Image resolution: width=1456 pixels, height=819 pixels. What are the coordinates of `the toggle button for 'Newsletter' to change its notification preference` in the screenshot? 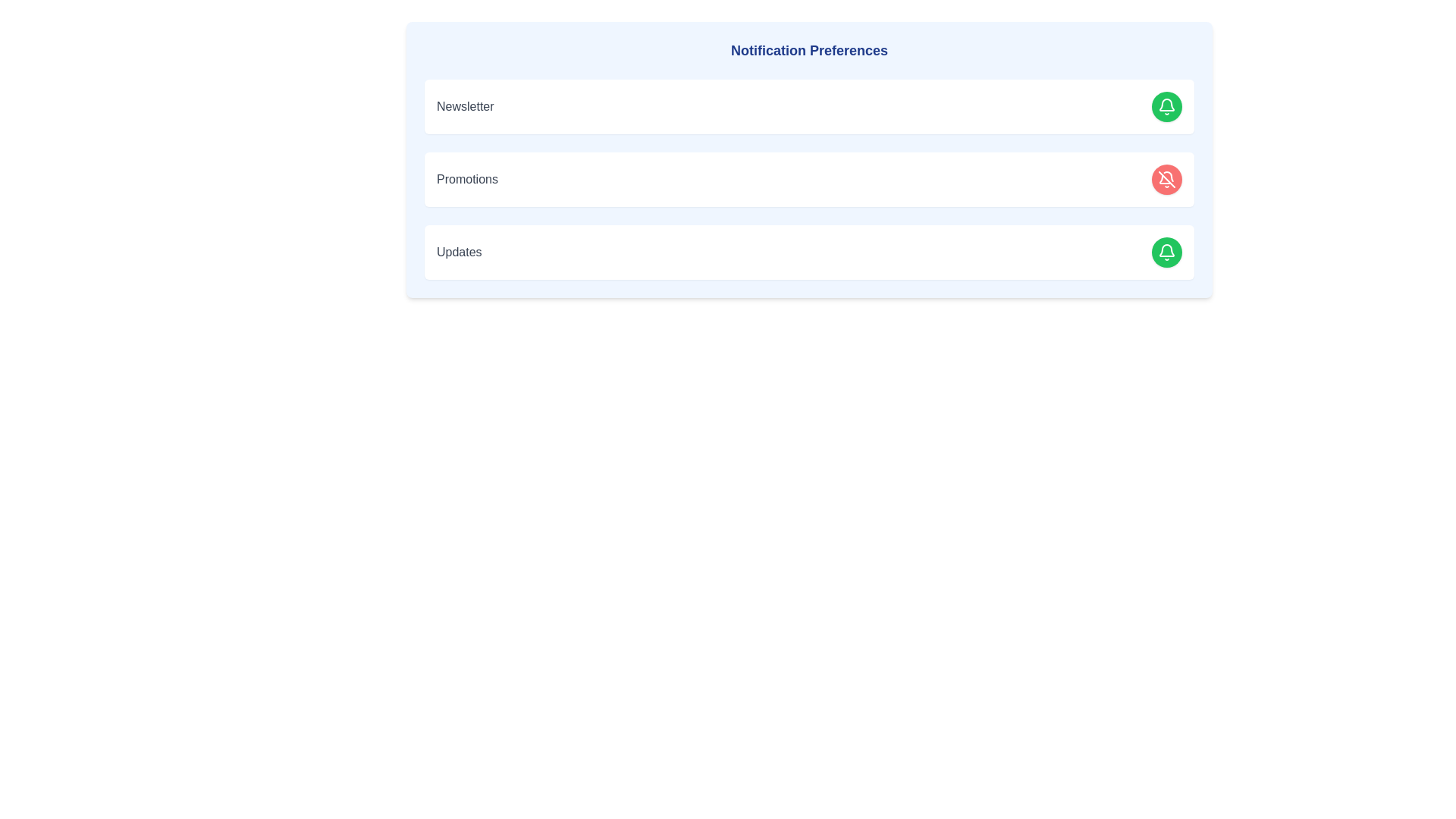 It's located at (1166, 106).